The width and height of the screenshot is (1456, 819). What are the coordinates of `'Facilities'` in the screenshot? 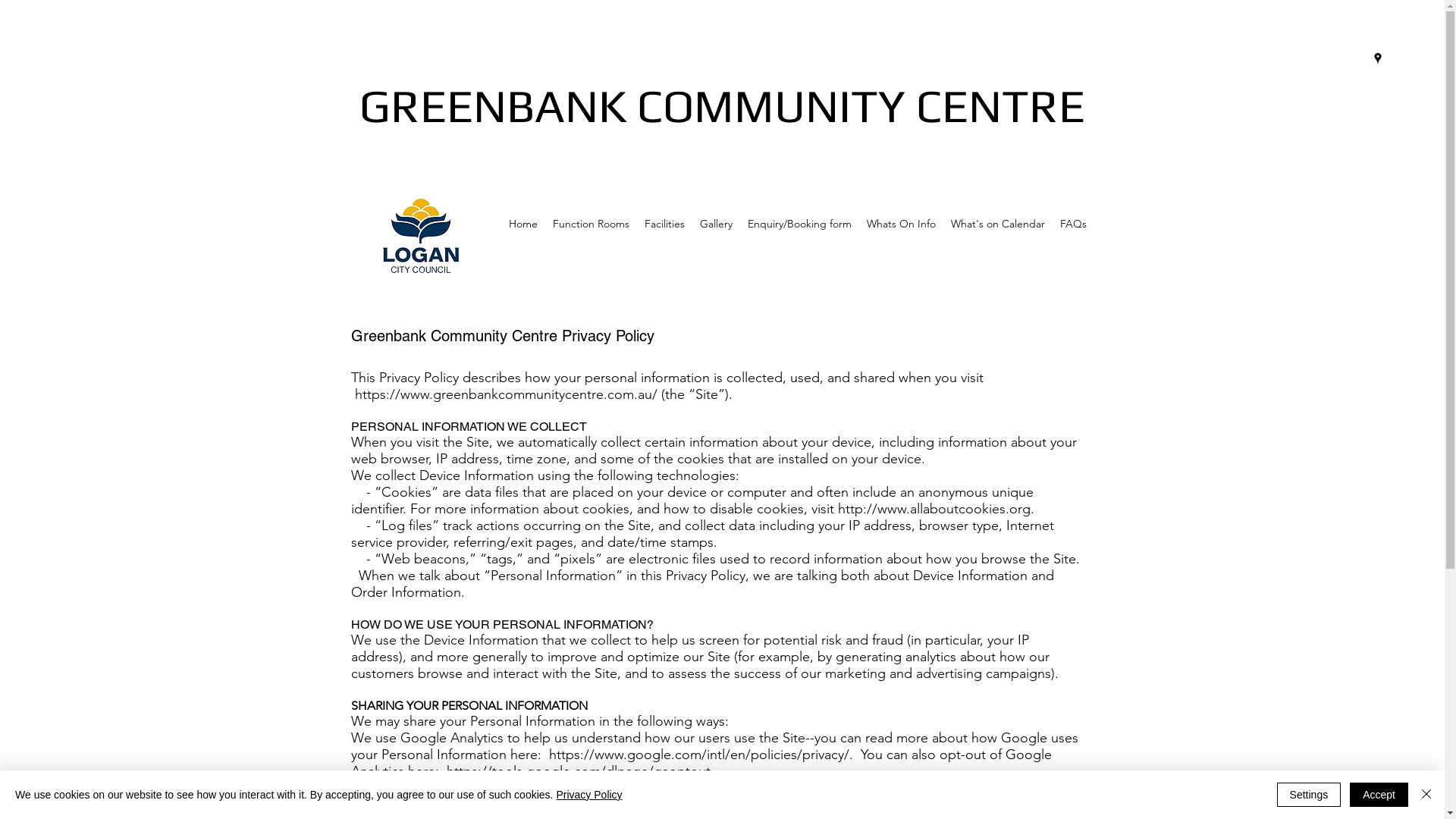 It's located at (664, 223).